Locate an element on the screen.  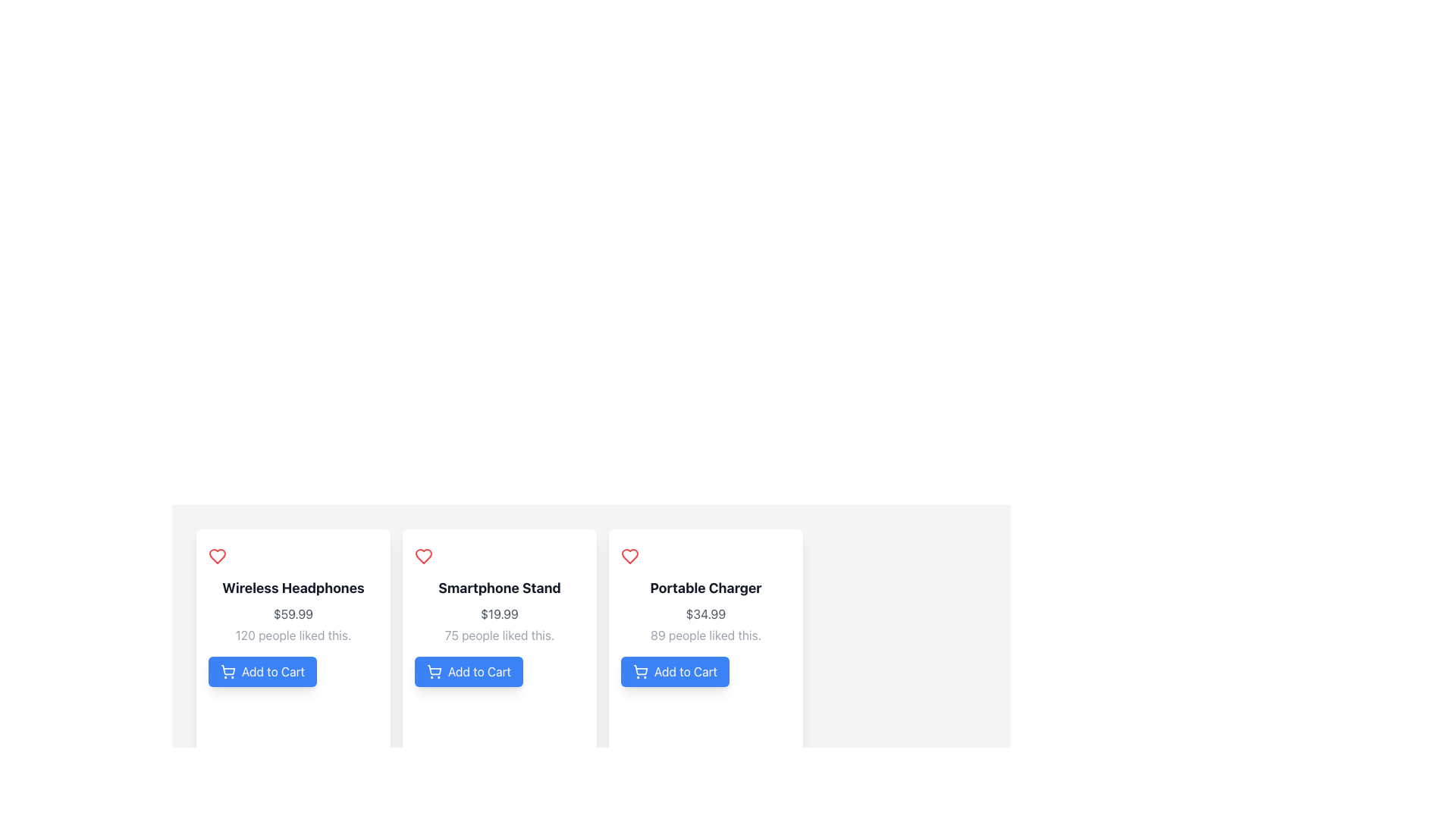
the red heart icon located in the top-left corner of the card displaying the 'Wireless Headphones' product information is located at coordinates (217, 556).